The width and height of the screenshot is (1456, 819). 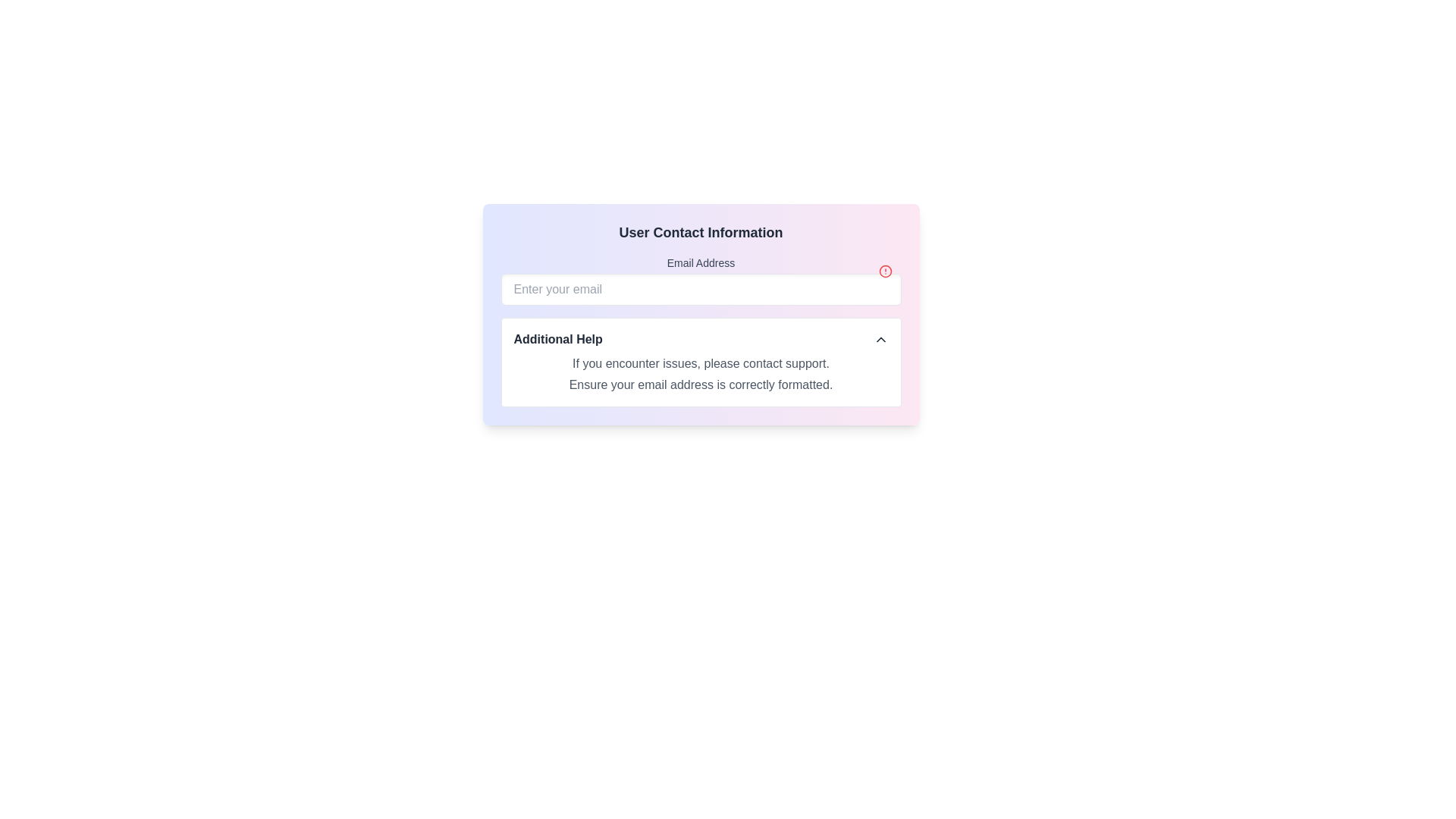 What do you see at coordinates (885, 271) in the screenshot?
I see `the circular graphical feature styled as a vector graphic, which is part of an error or alert icon located at the top-right corner of the input field's group box` at bounding box center [885, 271].